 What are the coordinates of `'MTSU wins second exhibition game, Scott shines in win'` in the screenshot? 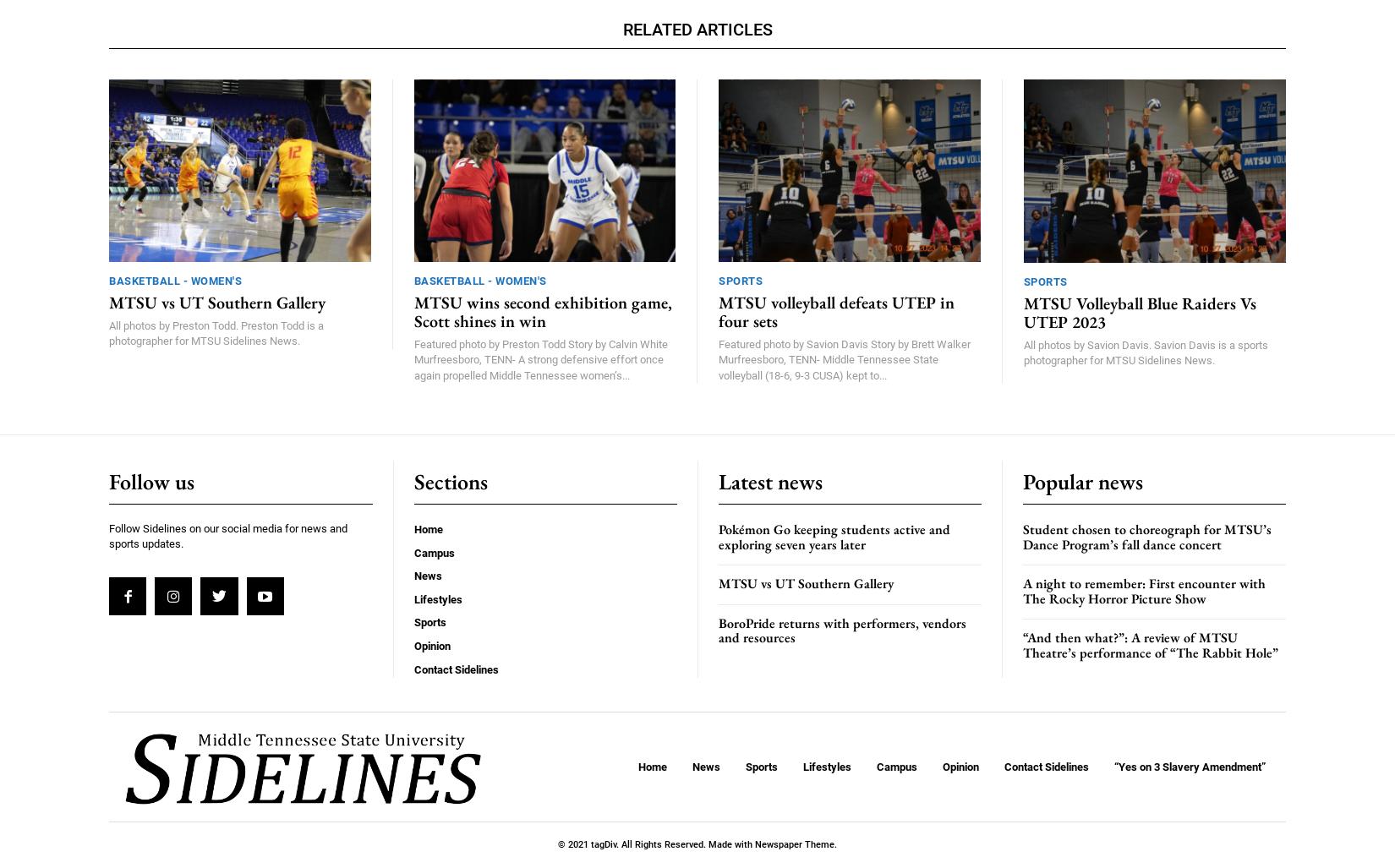 It's located at (541, 312).